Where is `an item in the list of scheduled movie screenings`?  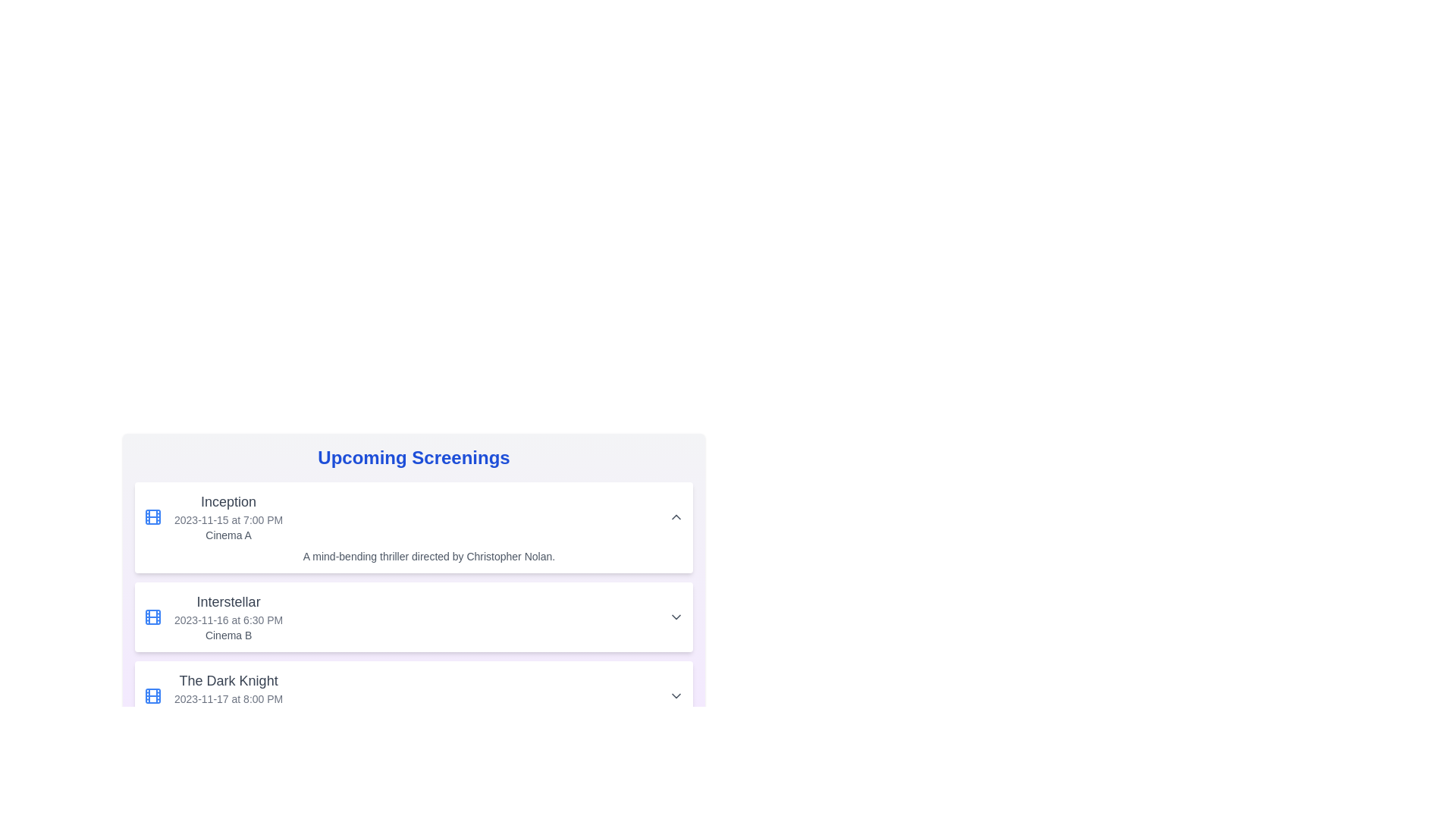
an item in the list of scheduled movie screenings is located at coordinates (414, 605).